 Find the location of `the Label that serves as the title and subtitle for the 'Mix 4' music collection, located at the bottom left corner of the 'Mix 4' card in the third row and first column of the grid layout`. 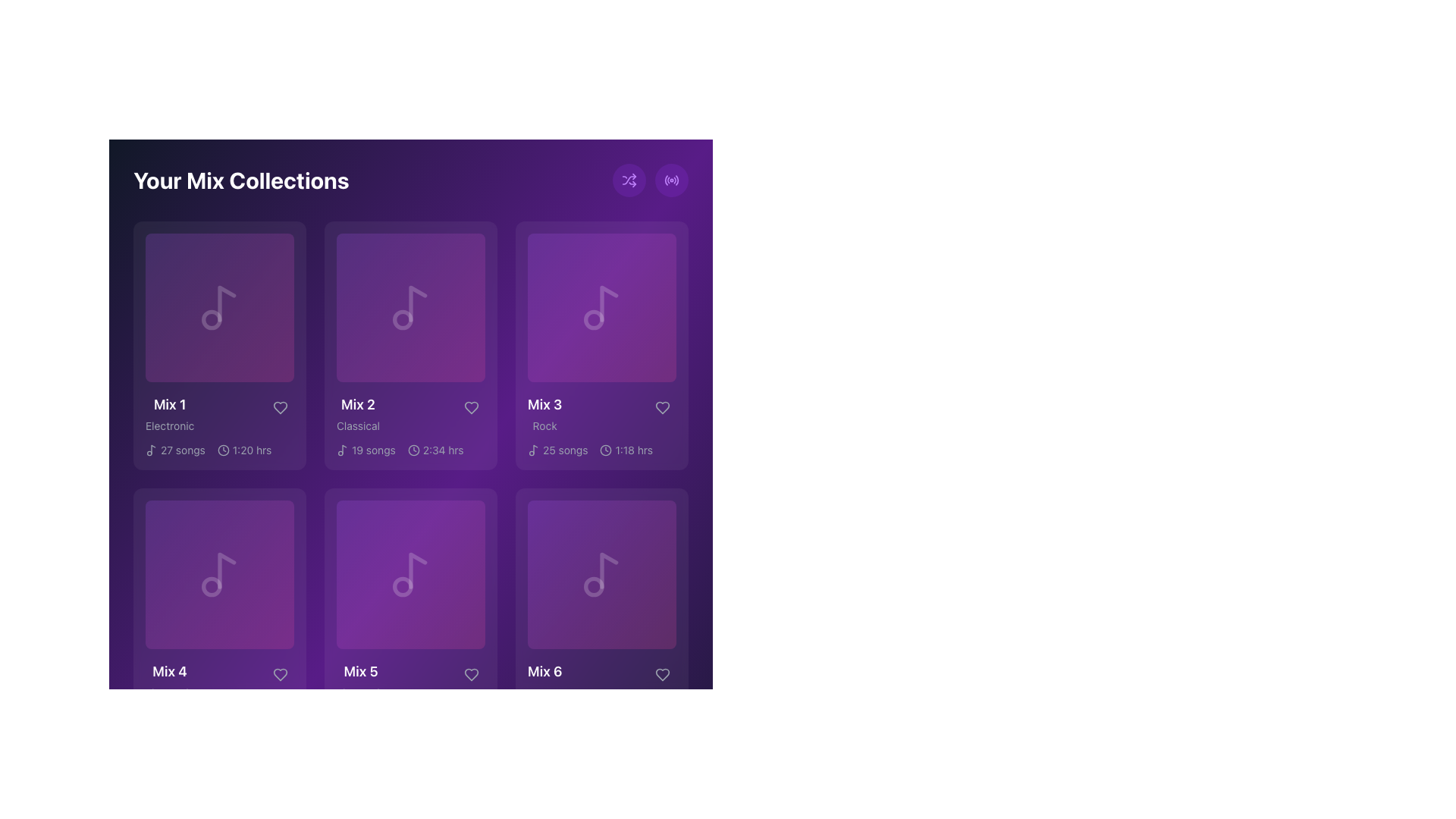

the Label that serves as the title and subtitle for the 'Mix 4' music collection, located at the bottom left corner of the 'Mix 4' card in the third row and first column of the grid layout is located at coordinates (170, 680).